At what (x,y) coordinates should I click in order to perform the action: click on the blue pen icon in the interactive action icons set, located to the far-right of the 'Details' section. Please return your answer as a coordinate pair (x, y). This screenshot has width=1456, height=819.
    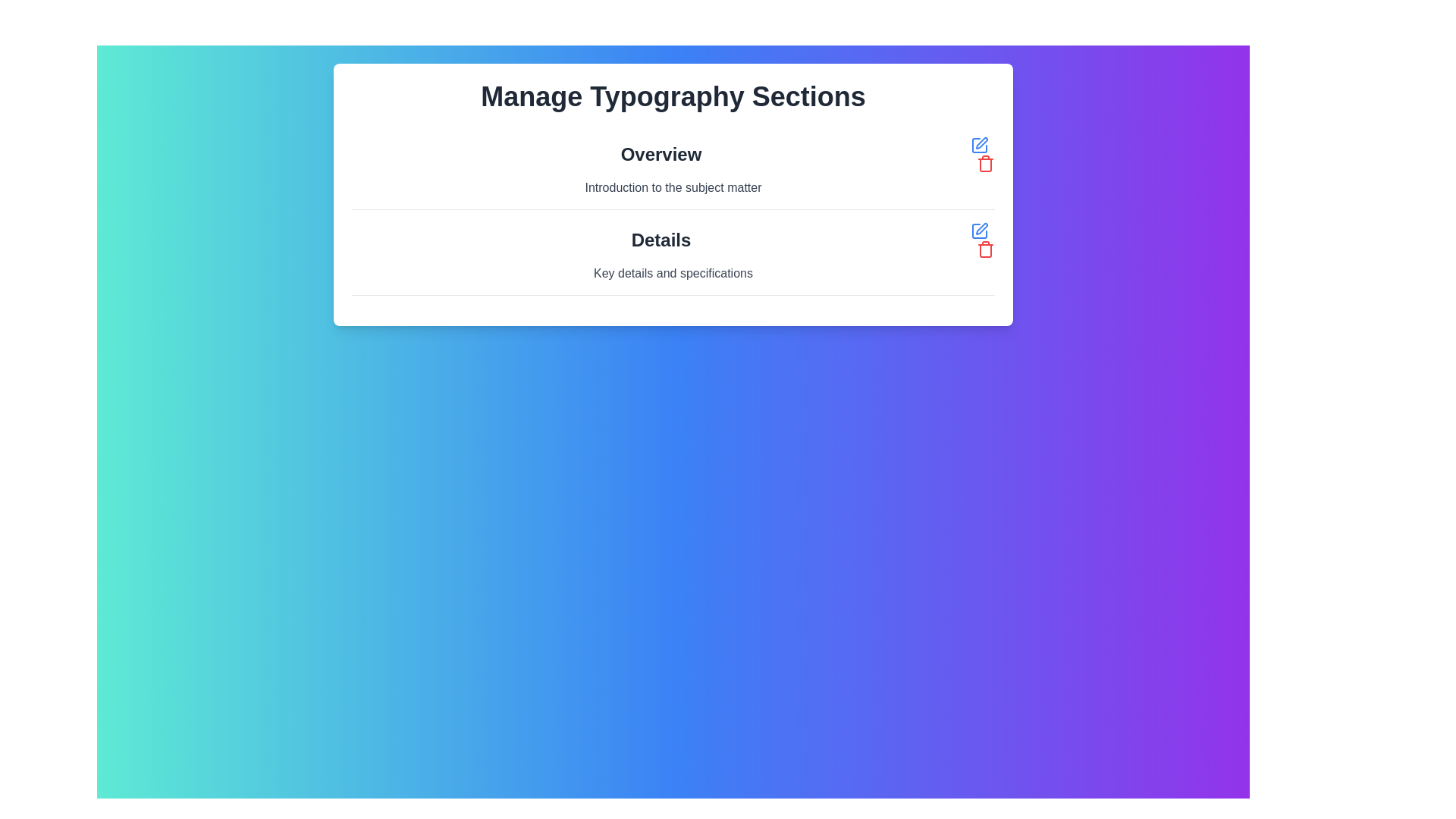
    Looking at the image, I should click on (983, 239).